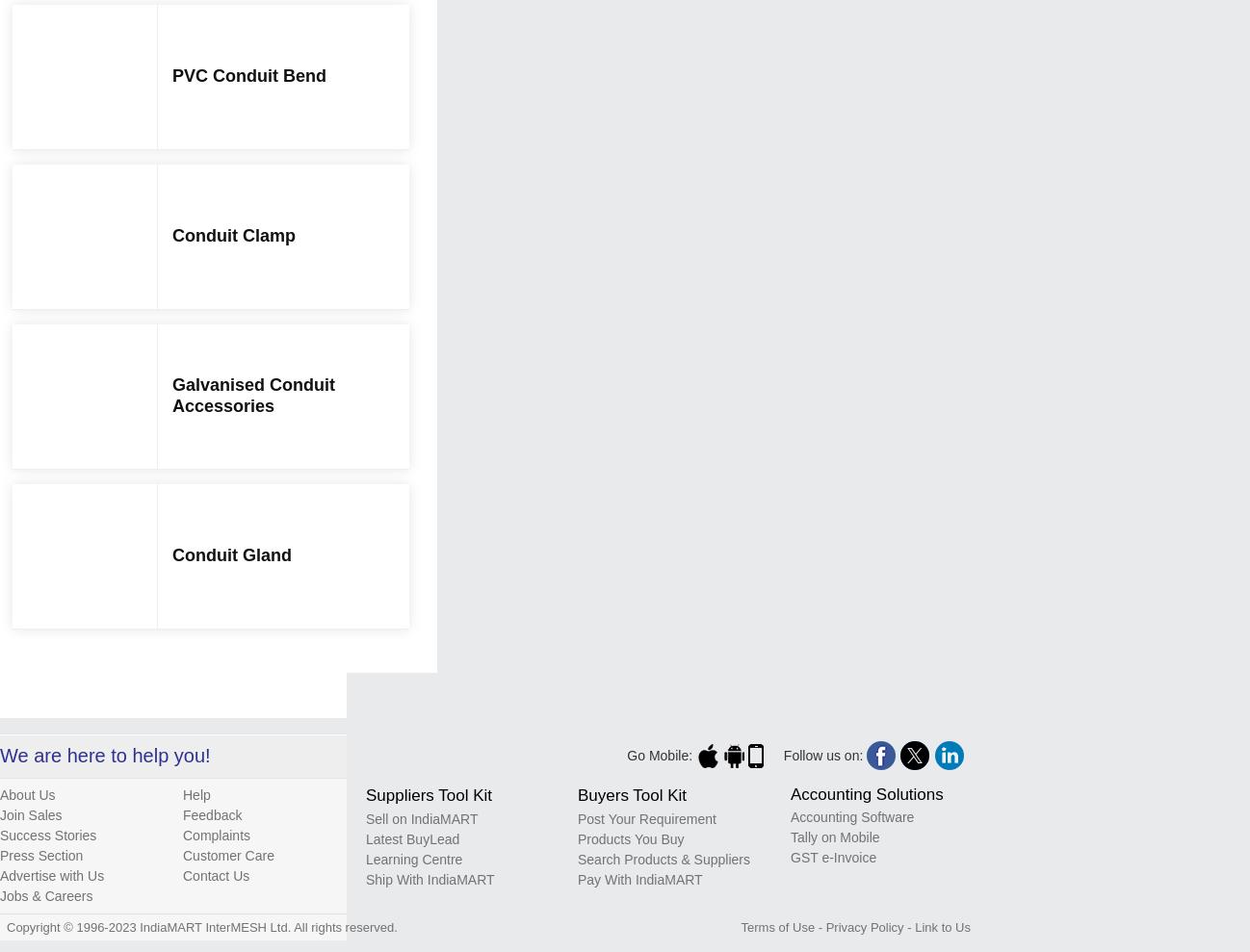 The height and width of the screenshot is (952, 1250). I want to click on 'Galvanised Conduit Accessories', so click(252, 395).